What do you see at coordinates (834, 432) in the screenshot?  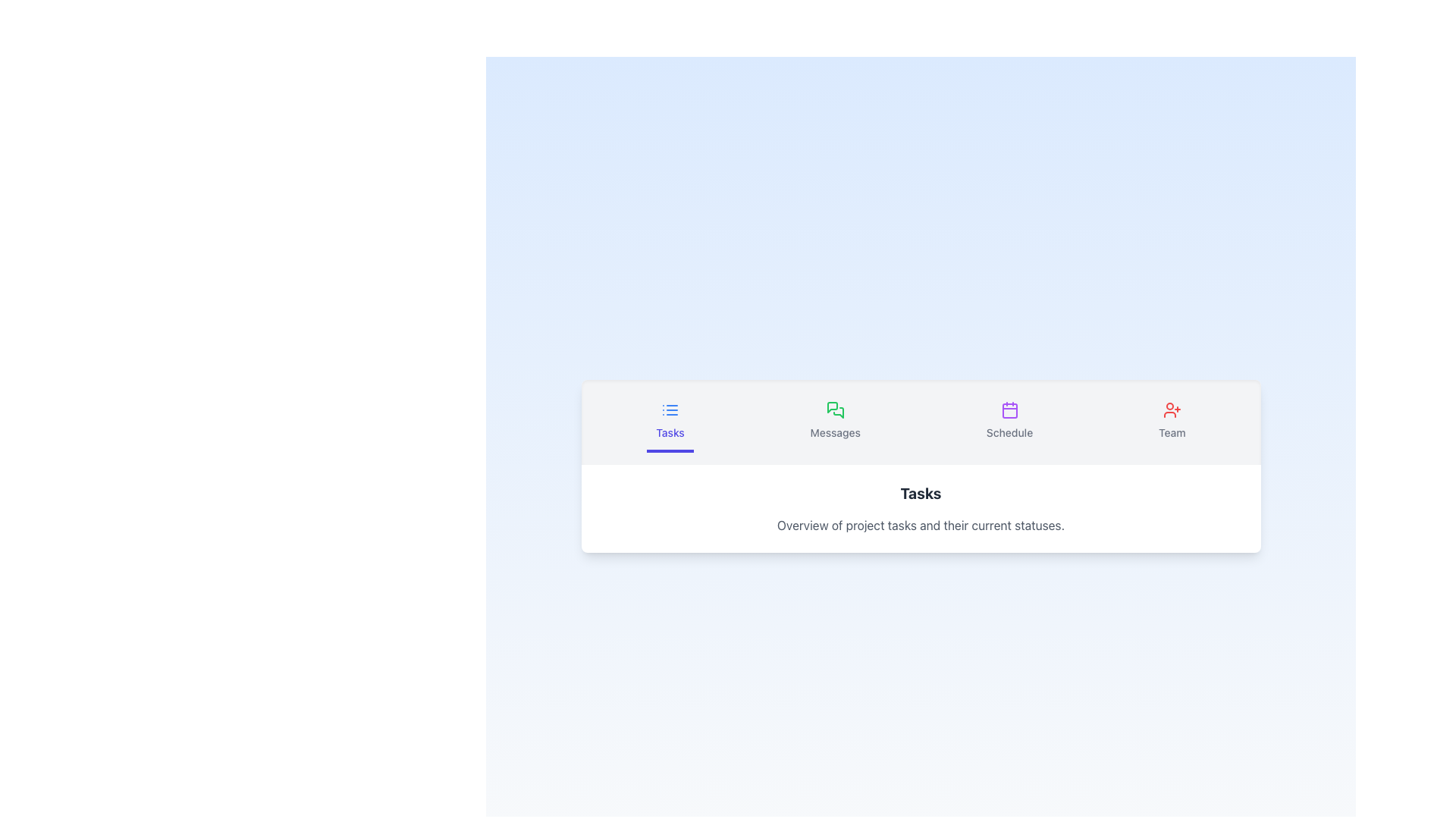 I see `the 'Messages' text label in the navigation bar, which is positioned below the speech bubble icon` at bounding box center [834, 432].